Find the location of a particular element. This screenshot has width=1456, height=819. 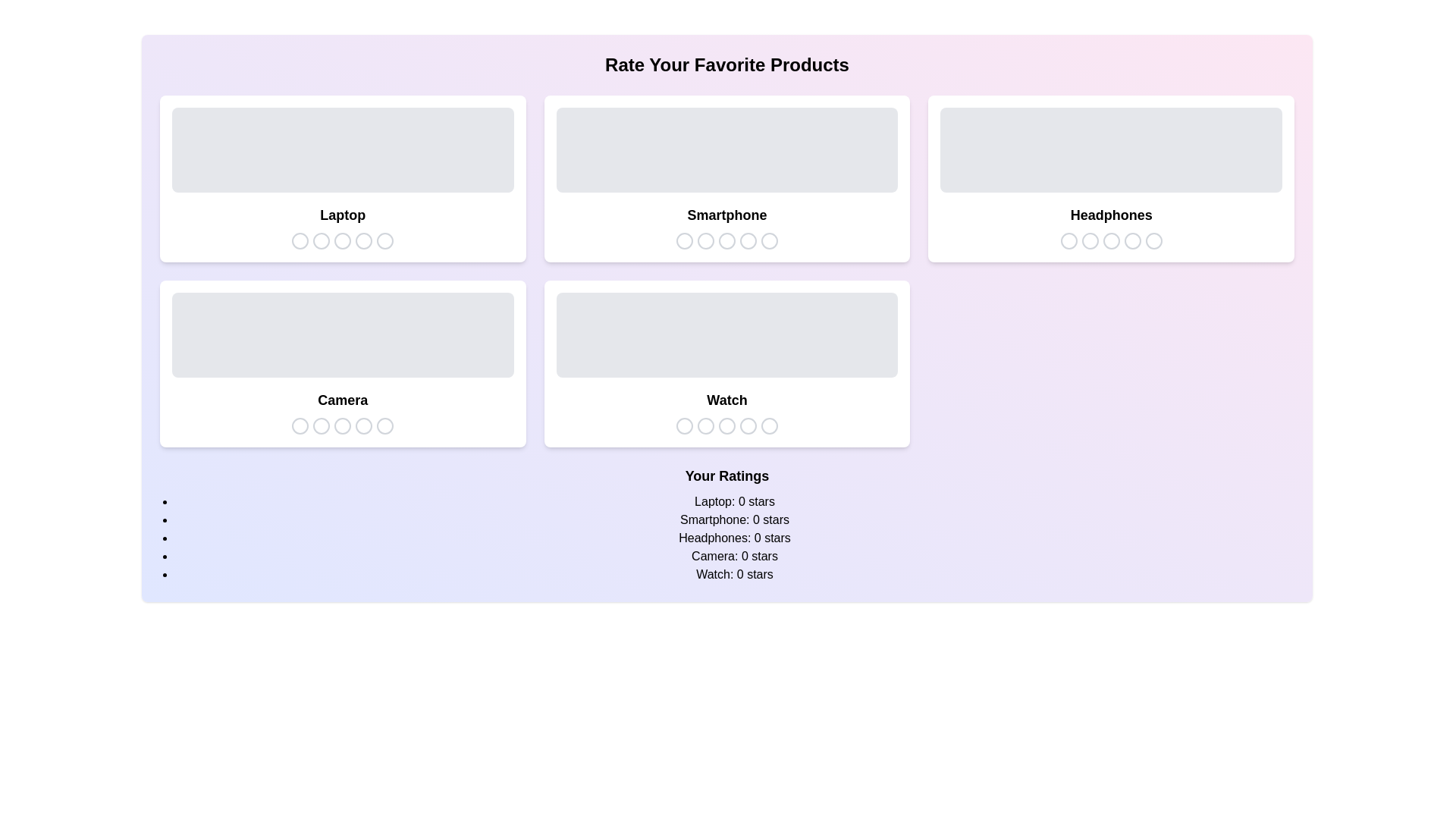

the star icon corresponding to 5 stars for the product Headphones is located at coordinates (1153, 240).